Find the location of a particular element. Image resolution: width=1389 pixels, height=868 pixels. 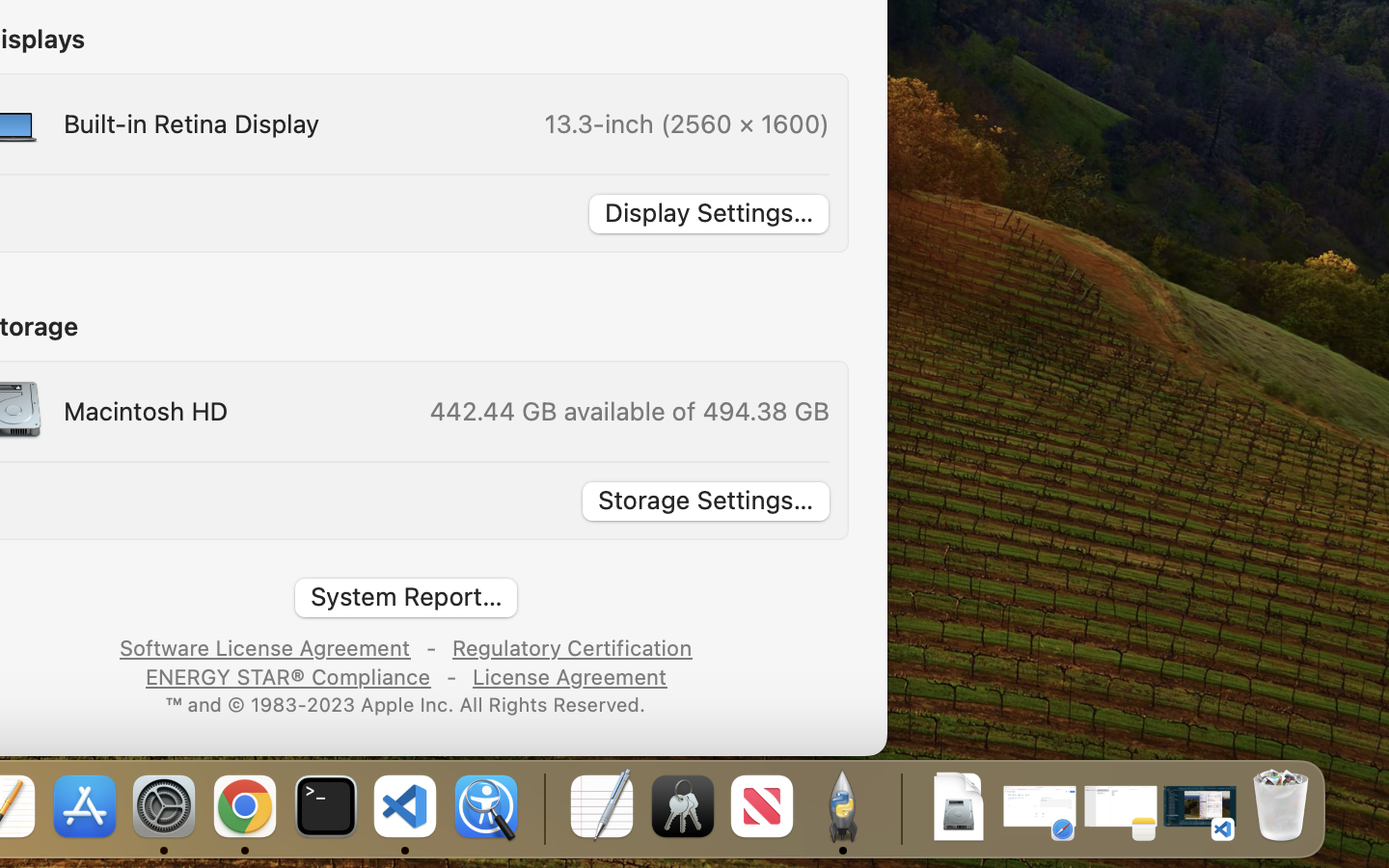

'Regulatory Certification' is located at coordinates (570, 645).